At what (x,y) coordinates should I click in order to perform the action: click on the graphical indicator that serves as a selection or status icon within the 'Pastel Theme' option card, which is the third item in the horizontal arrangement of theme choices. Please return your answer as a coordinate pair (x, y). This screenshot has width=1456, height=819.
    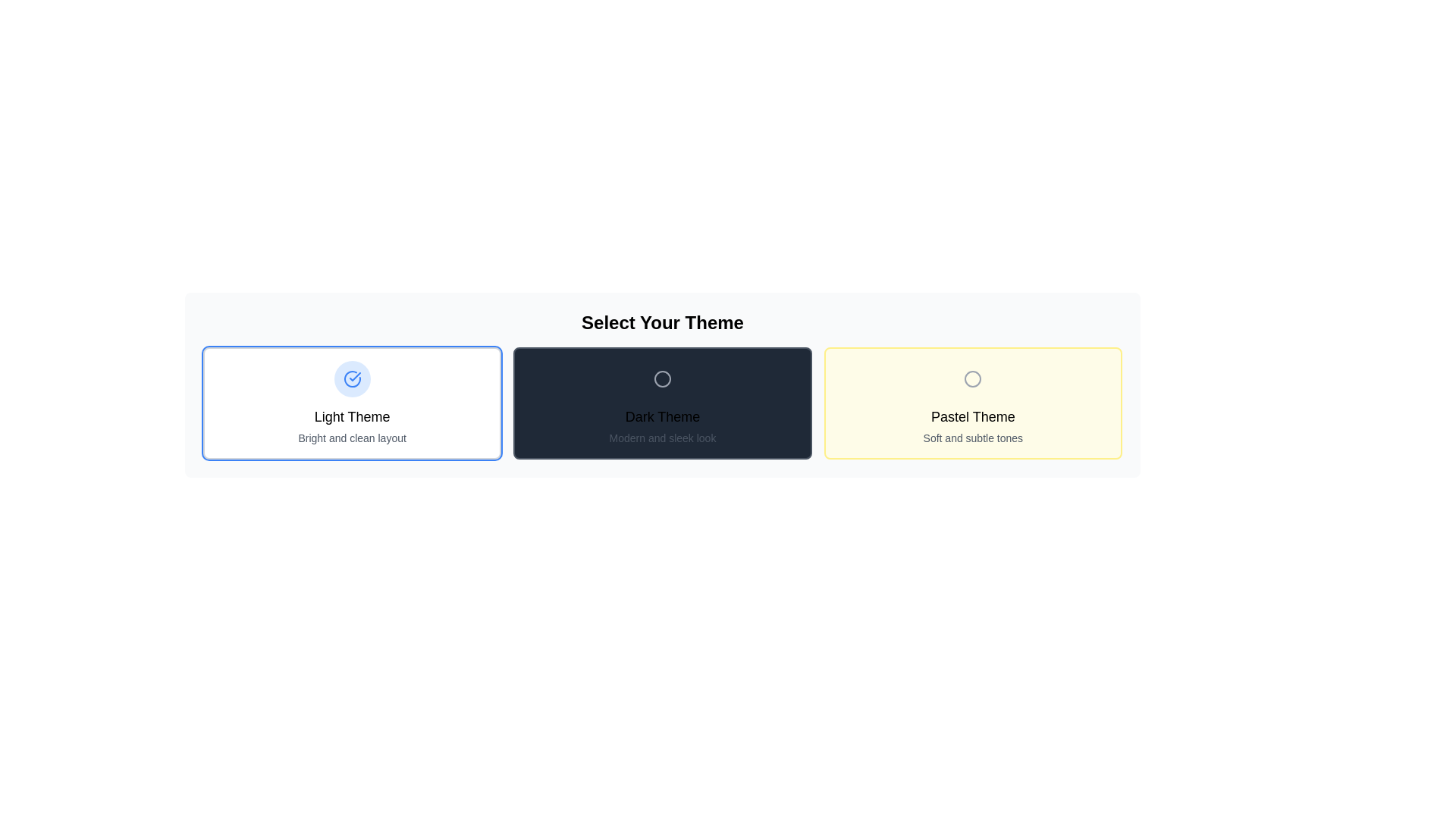
    Looking at the image, I should click on (973, 378).